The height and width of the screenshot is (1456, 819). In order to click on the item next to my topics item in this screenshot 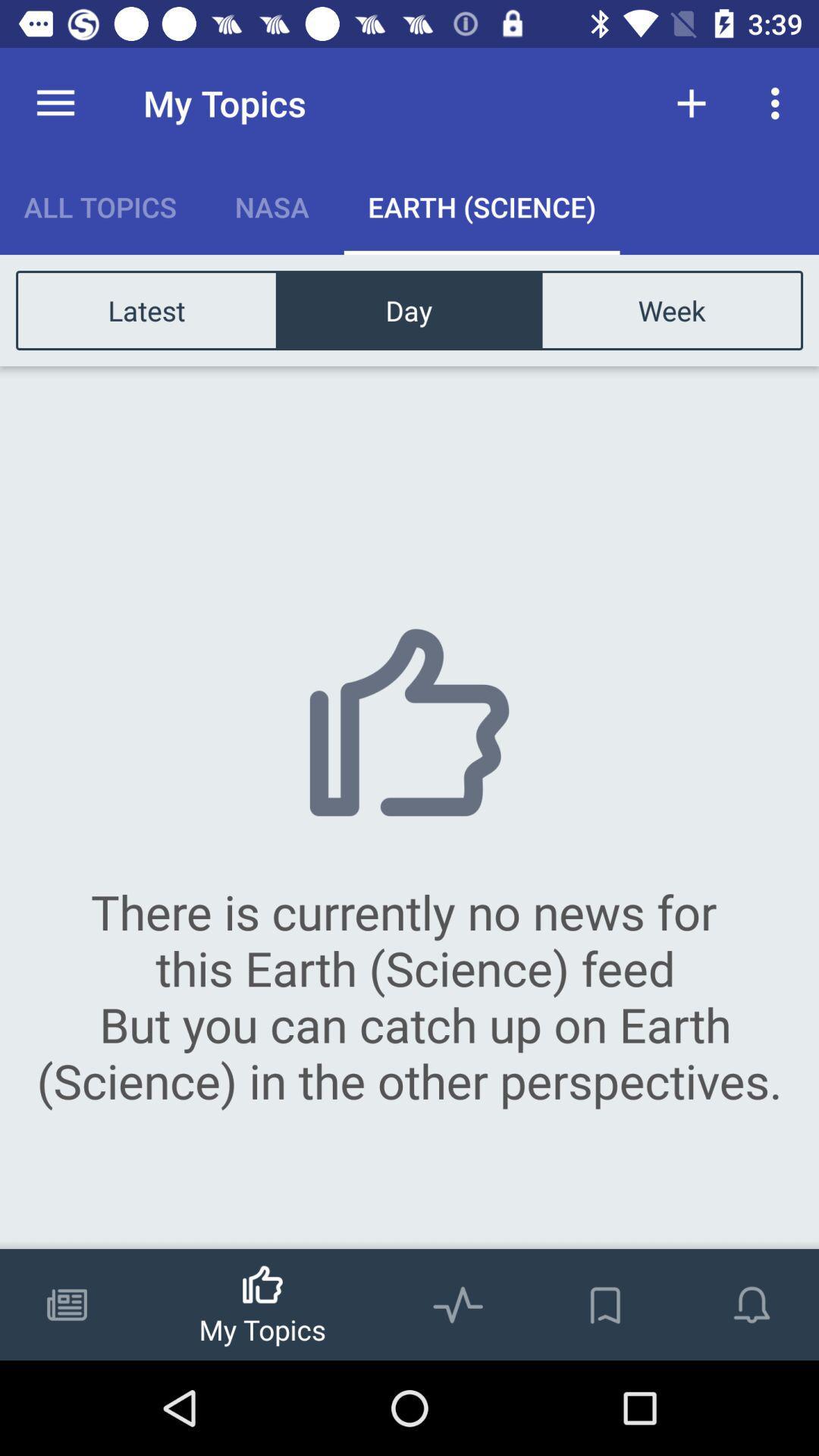, I will do `click(691, 102)`.